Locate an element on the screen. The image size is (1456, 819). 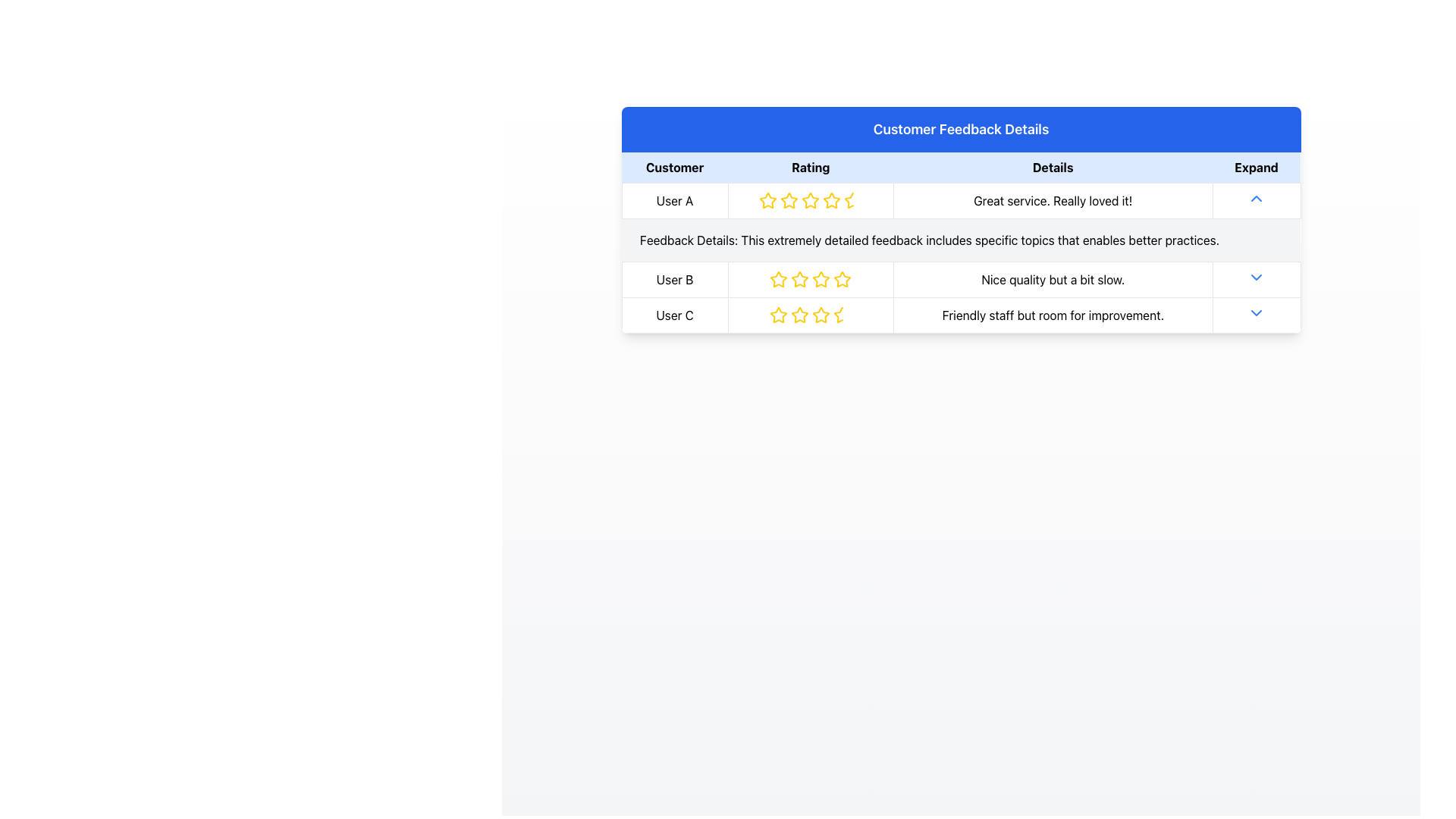
the toggle button located at the bottom-right corner of the table under the 'Expand' column for 'User C' to observe visual feedback is located at coordinates (1257, 312).